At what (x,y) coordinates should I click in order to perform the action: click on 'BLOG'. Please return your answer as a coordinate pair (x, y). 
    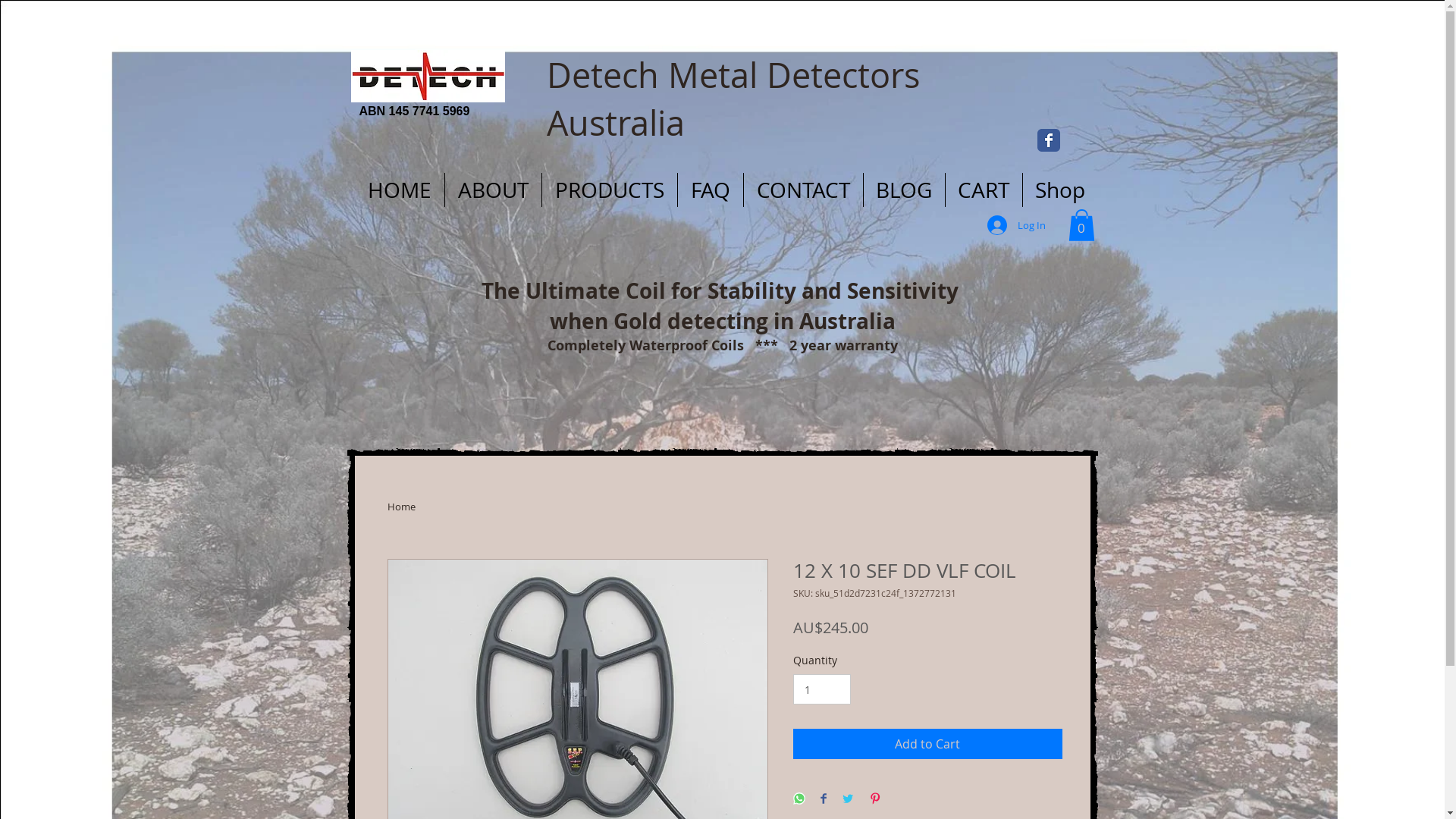
    Looking at the image, I should click on (862, 189).